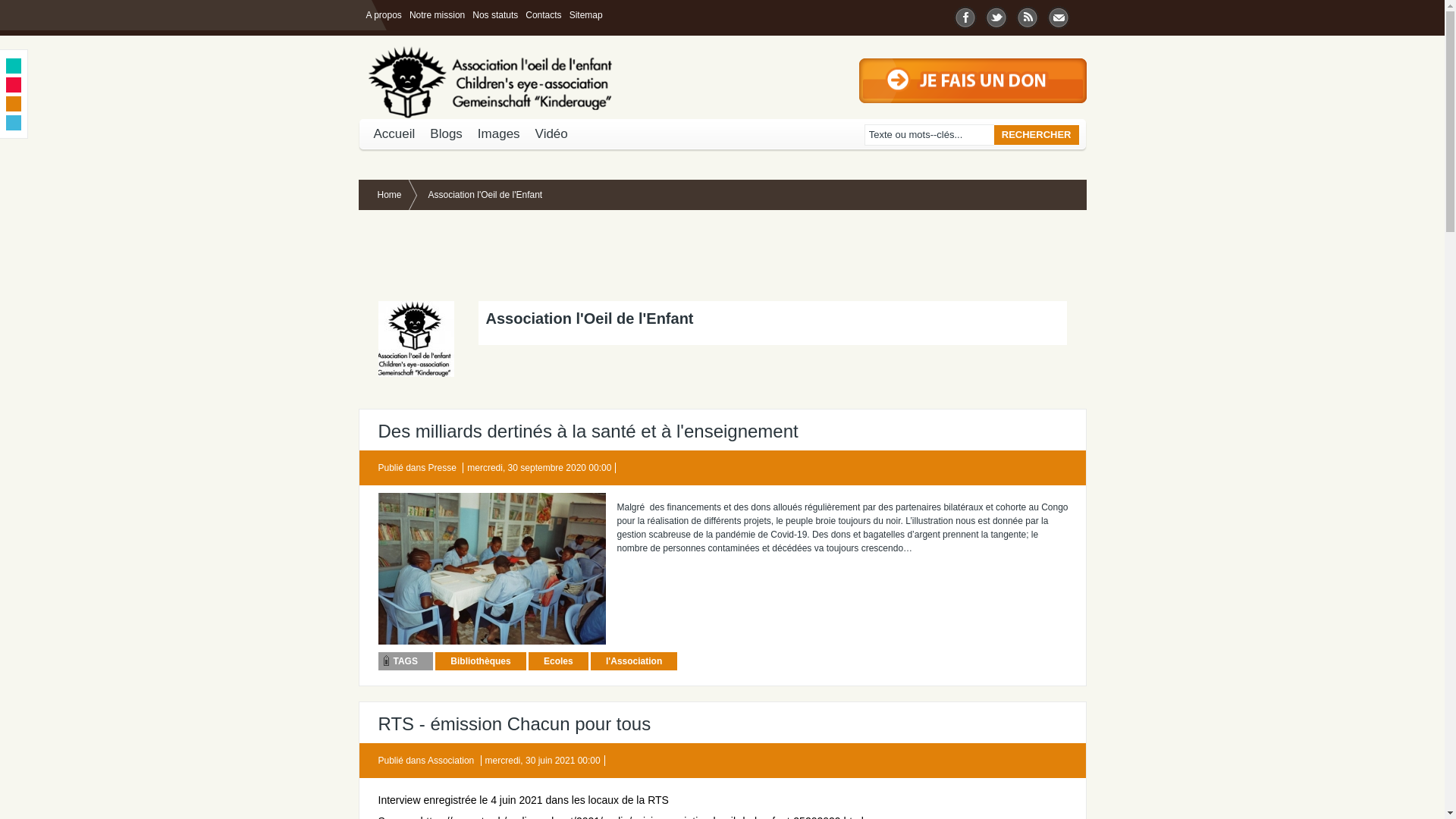  I want to click on 'Nos statuts', so click(494, 14).